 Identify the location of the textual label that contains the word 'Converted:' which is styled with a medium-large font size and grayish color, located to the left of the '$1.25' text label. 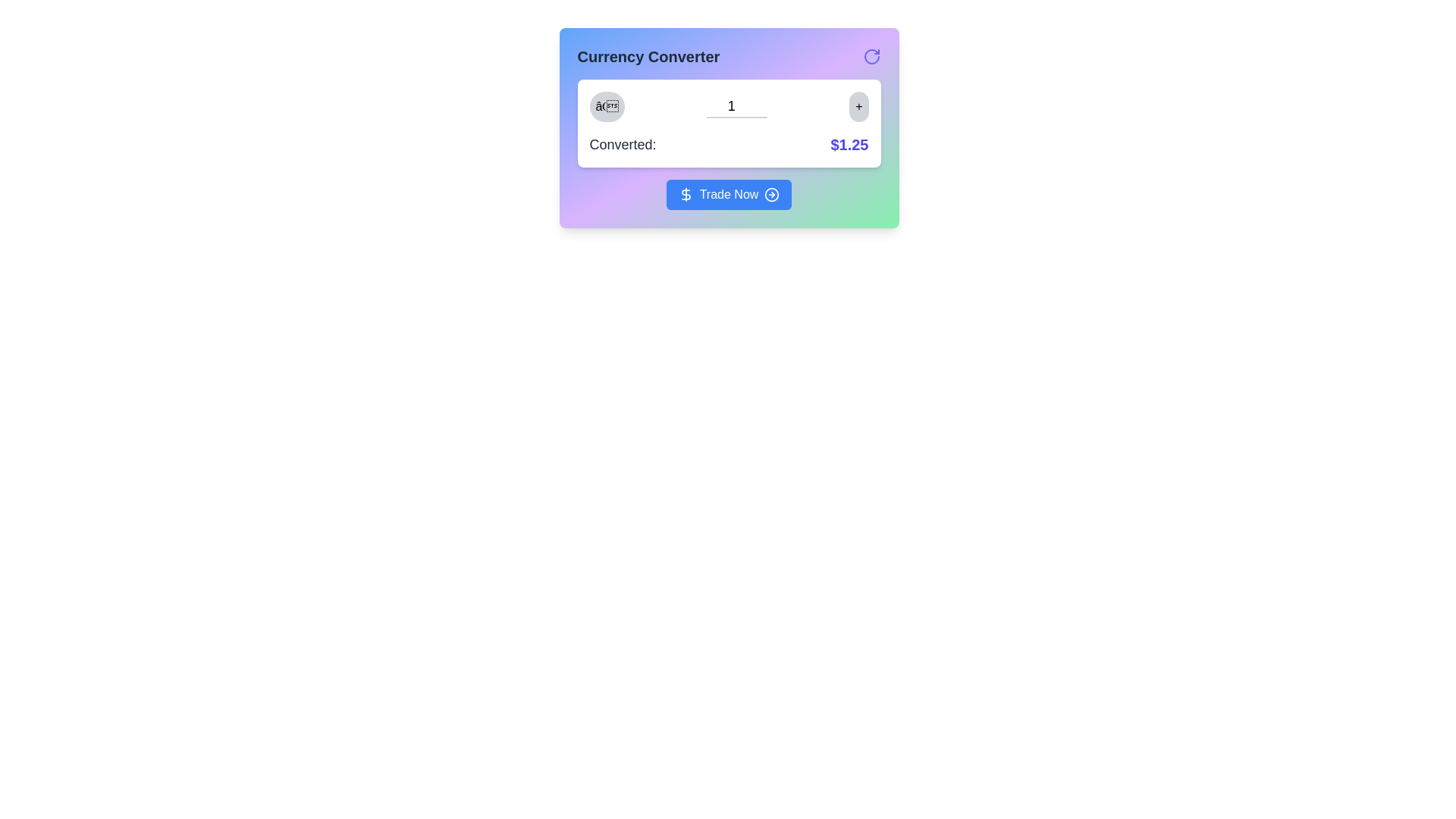
(623, 145).